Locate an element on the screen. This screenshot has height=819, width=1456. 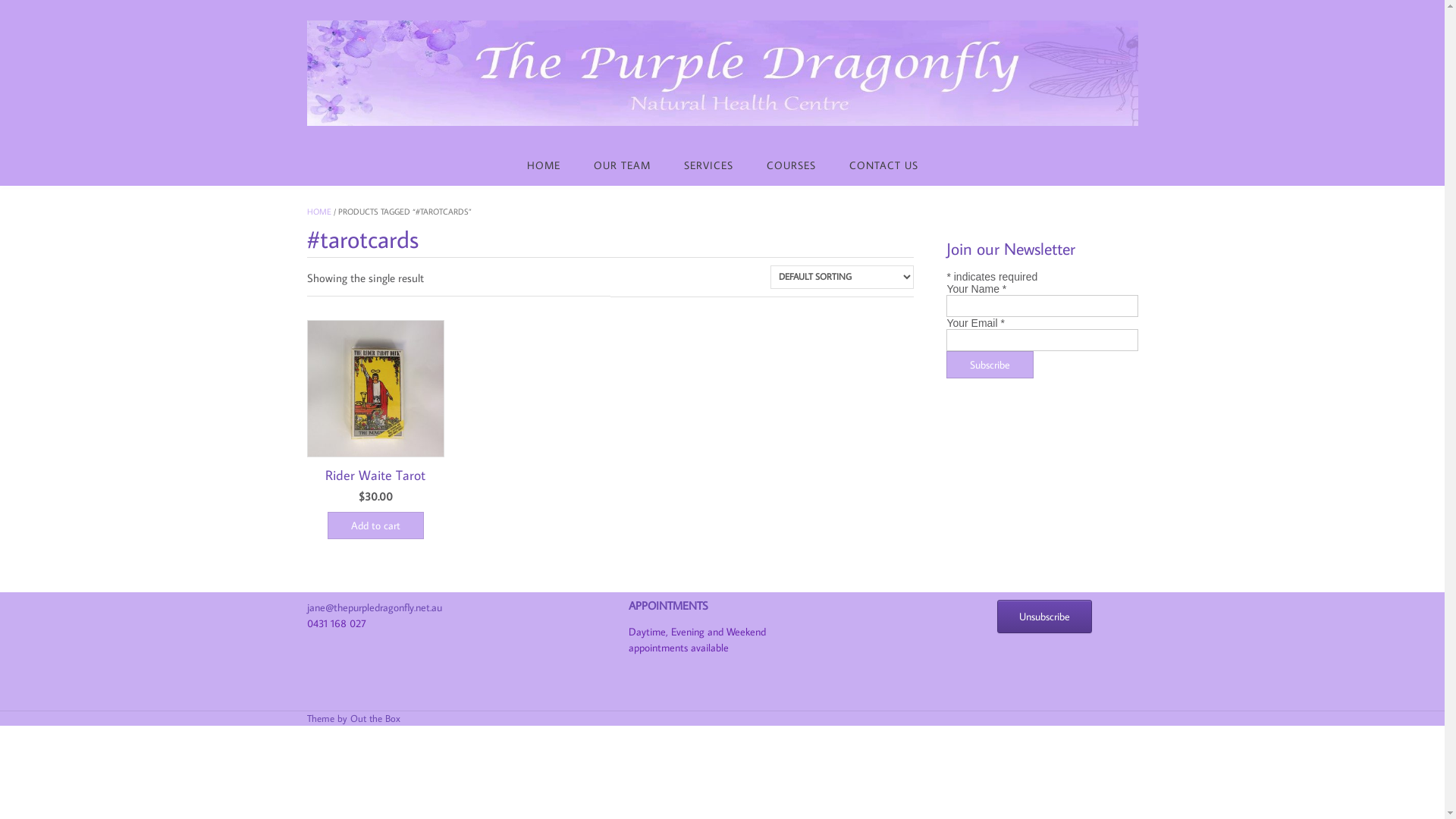
'Subscribe' is located at coordinates (990, 365).